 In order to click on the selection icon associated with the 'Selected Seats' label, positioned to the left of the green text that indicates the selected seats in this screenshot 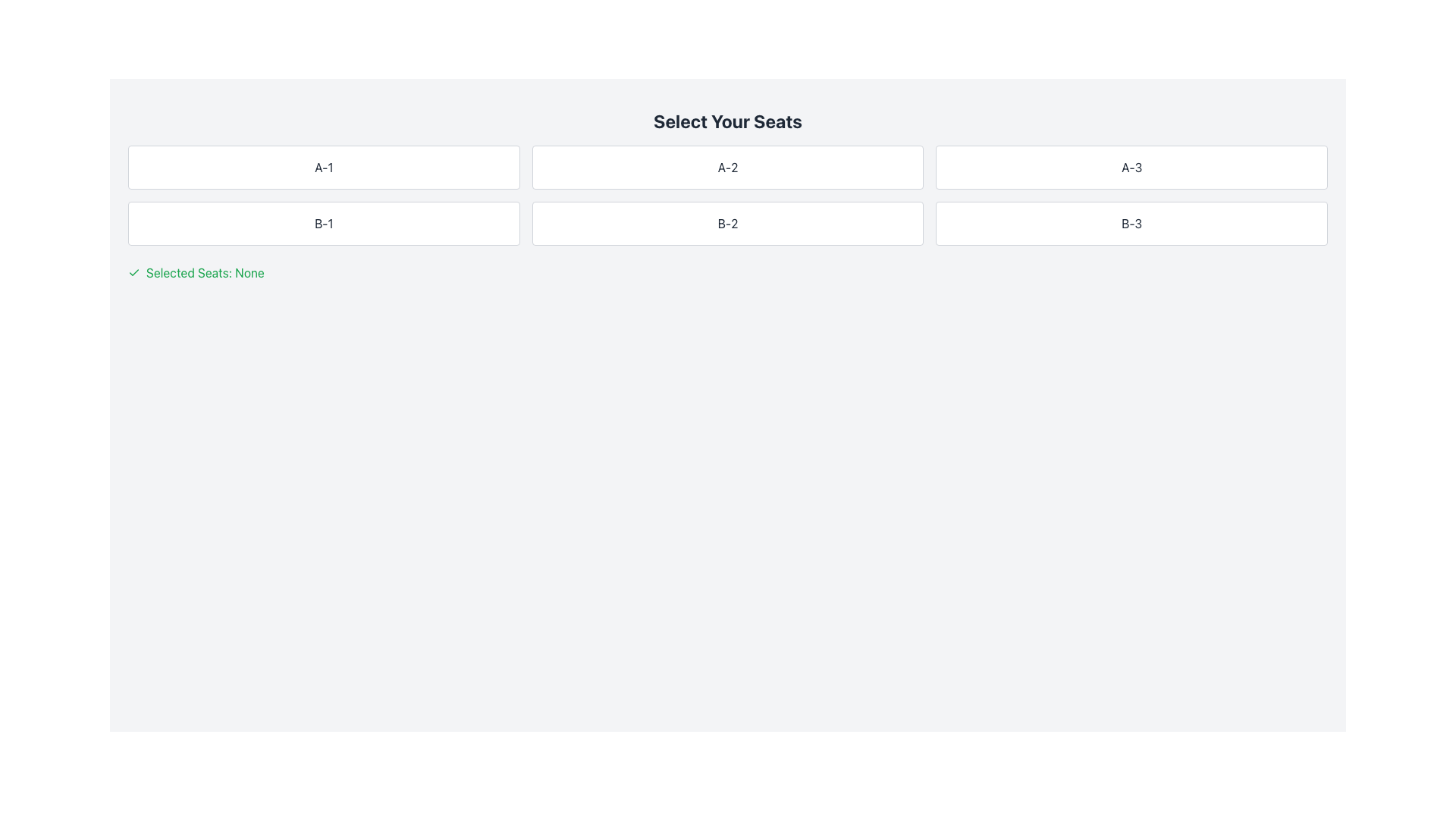, I will do `click(134, 271)`.